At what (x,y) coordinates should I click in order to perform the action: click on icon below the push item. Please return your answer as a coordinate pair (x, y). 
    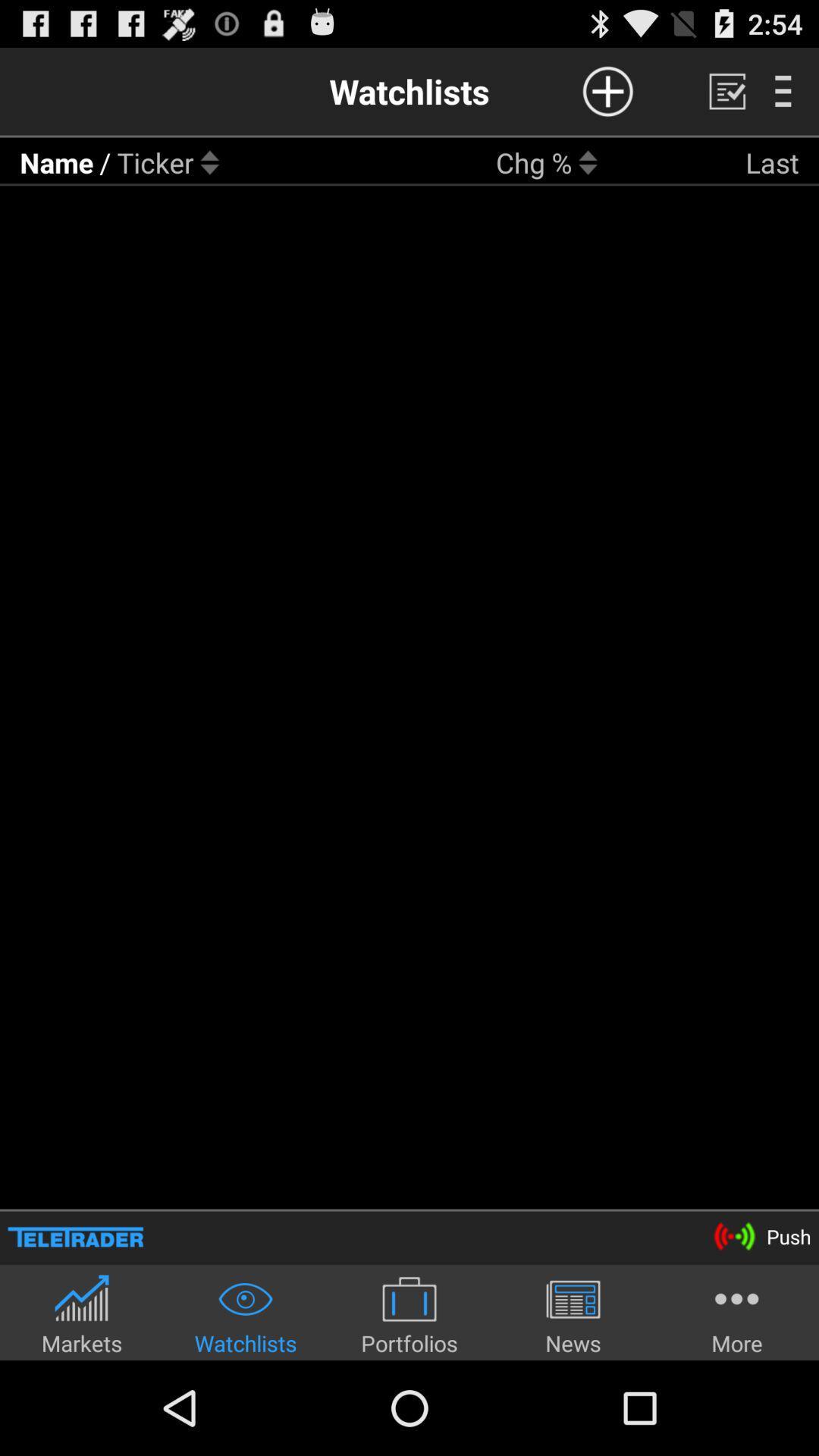
    Looking at the image, I should click on (736, 1313).